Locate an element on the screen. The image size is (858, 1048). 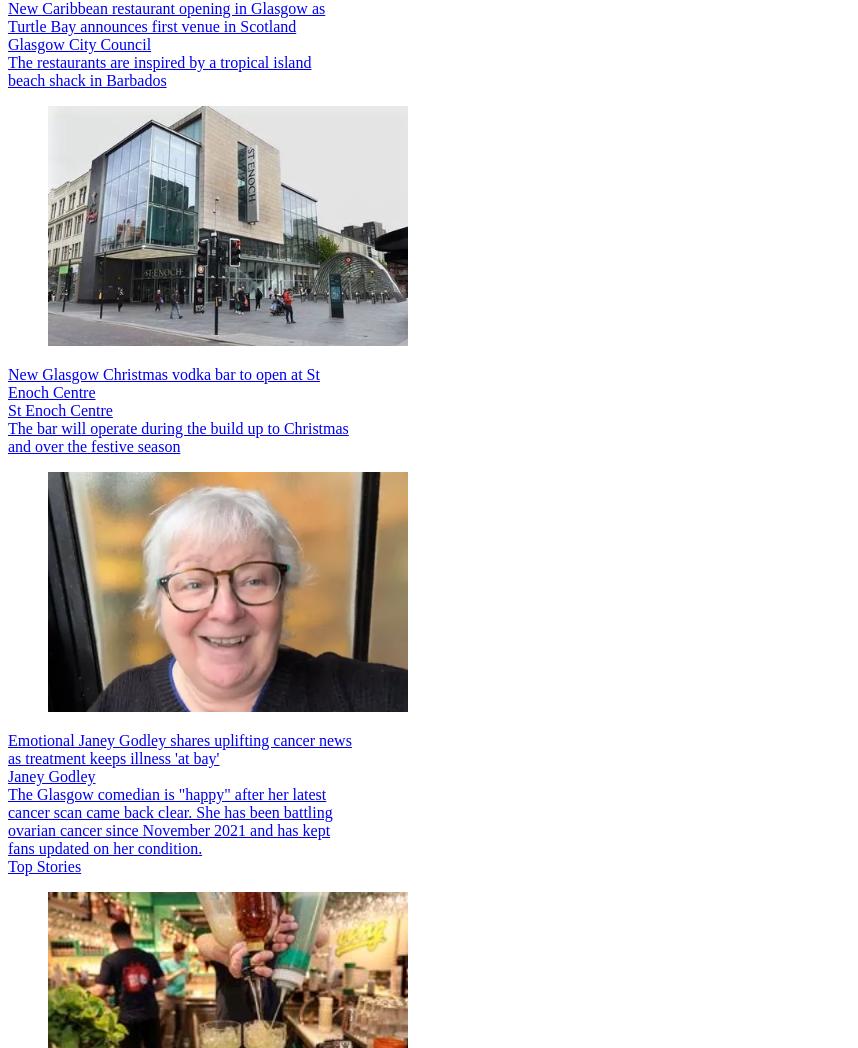
'The bar will operate during the build up to Christmas and over the festive season' is located at coordinates (7, 436).